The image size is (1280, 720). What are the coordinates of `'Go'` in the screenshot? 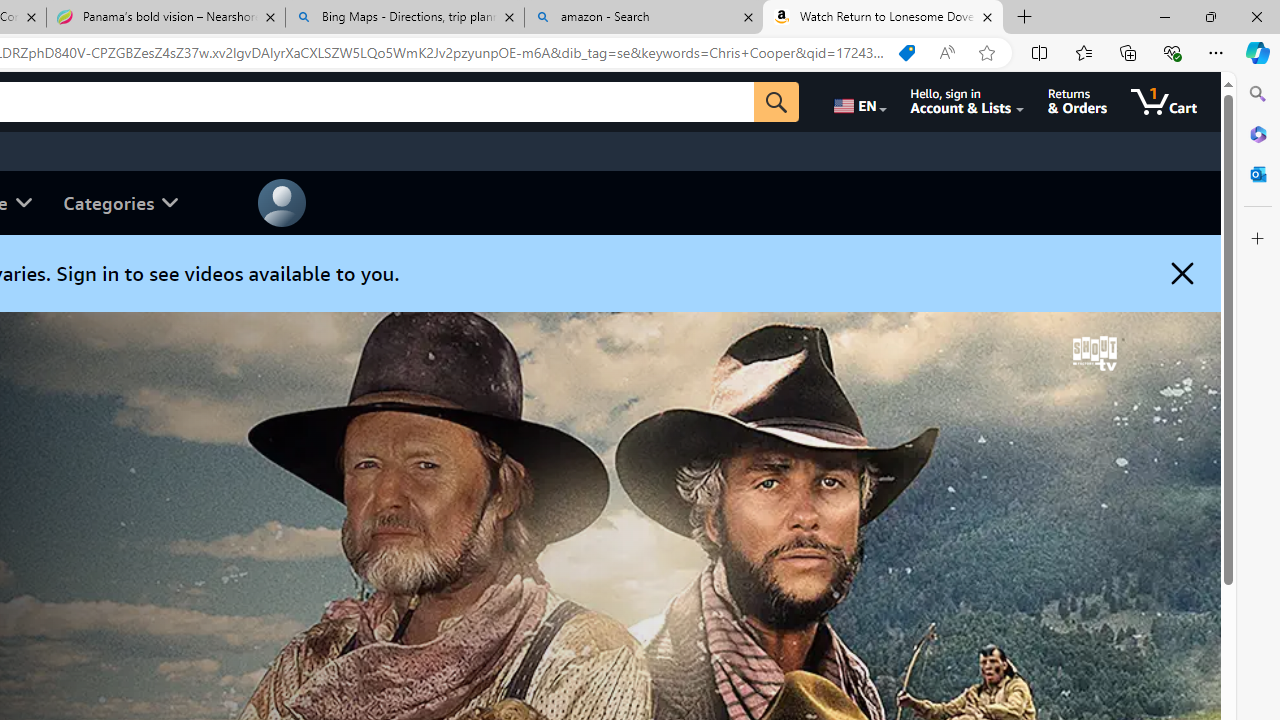 It's located at (775, 101).